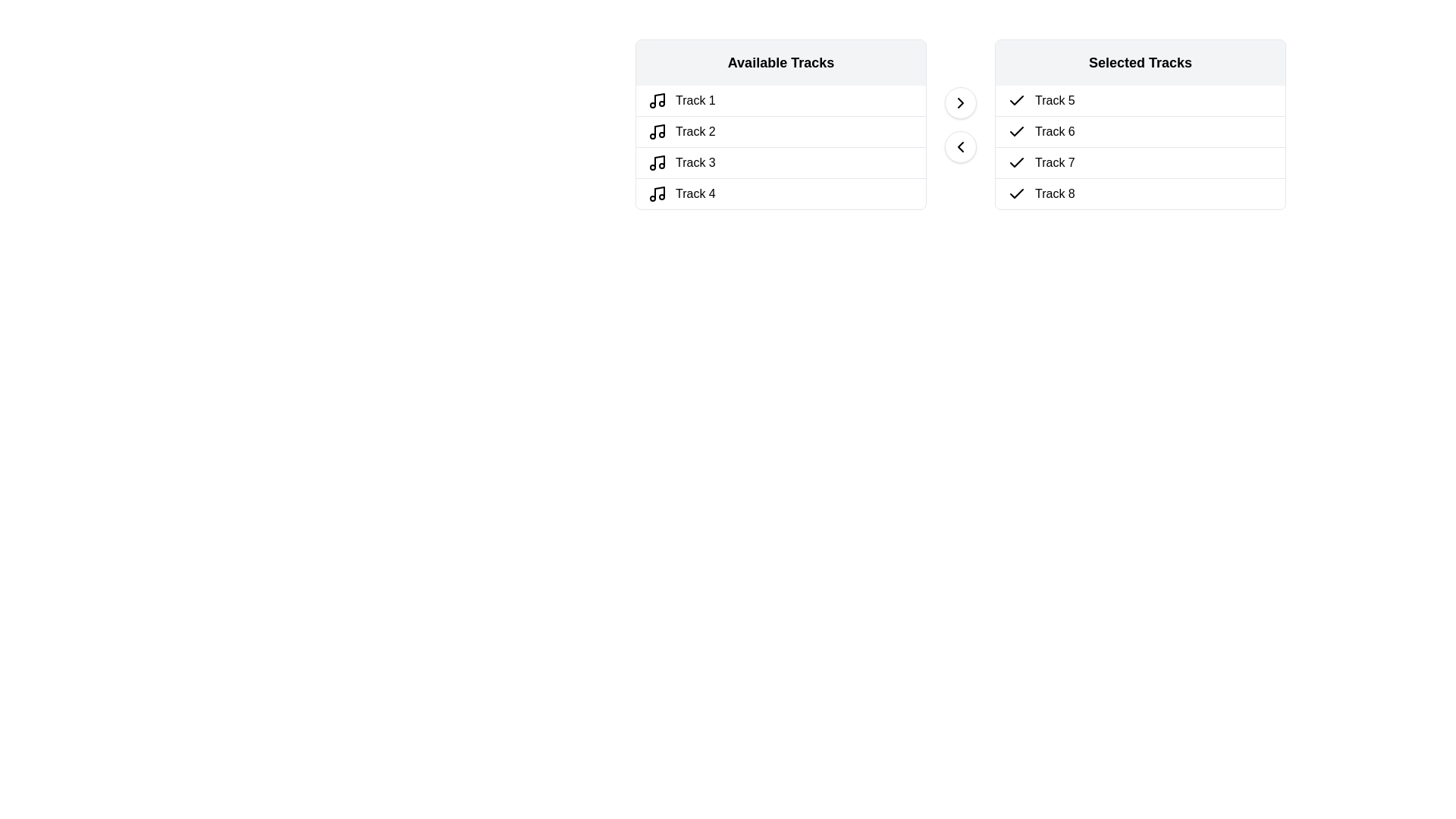 The height and width of the screenshot is (819, 1456). I want to click on the text and checkmark icon of the first item in the 'Selected Tracks' list, which indicates 'Track 5' is included, so click(1140, 100).